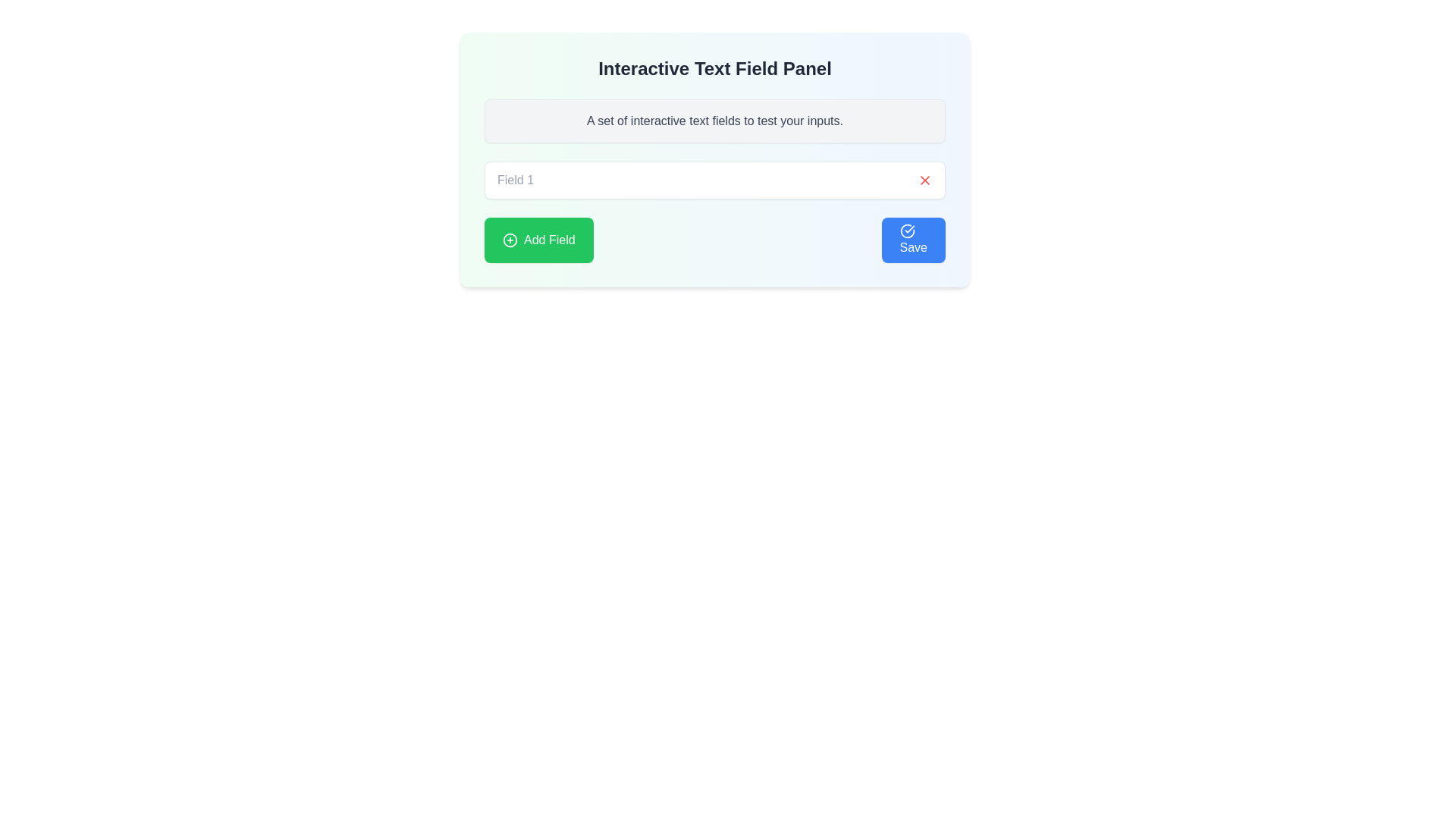  What do you see at coordinates (907, 231) in the screenshot?
I see `the decorative graphical icon located within the bottom-right region of the 'Save' button, which visually communicates the status of the save action` at bounding box center [907, 231].